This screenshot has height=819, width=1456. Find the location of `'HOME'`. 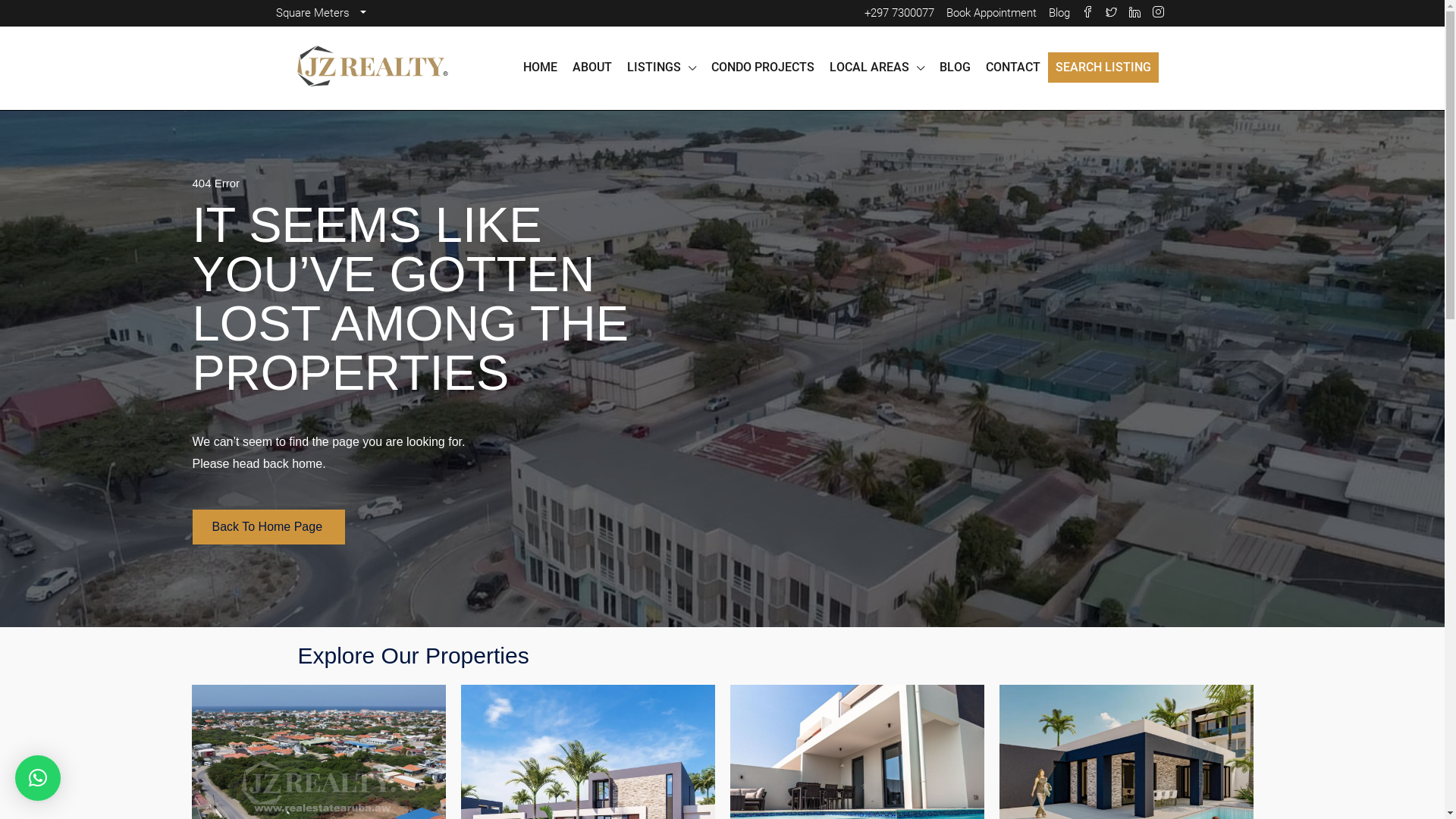

'HOME' is located at coordinates (540, 66).